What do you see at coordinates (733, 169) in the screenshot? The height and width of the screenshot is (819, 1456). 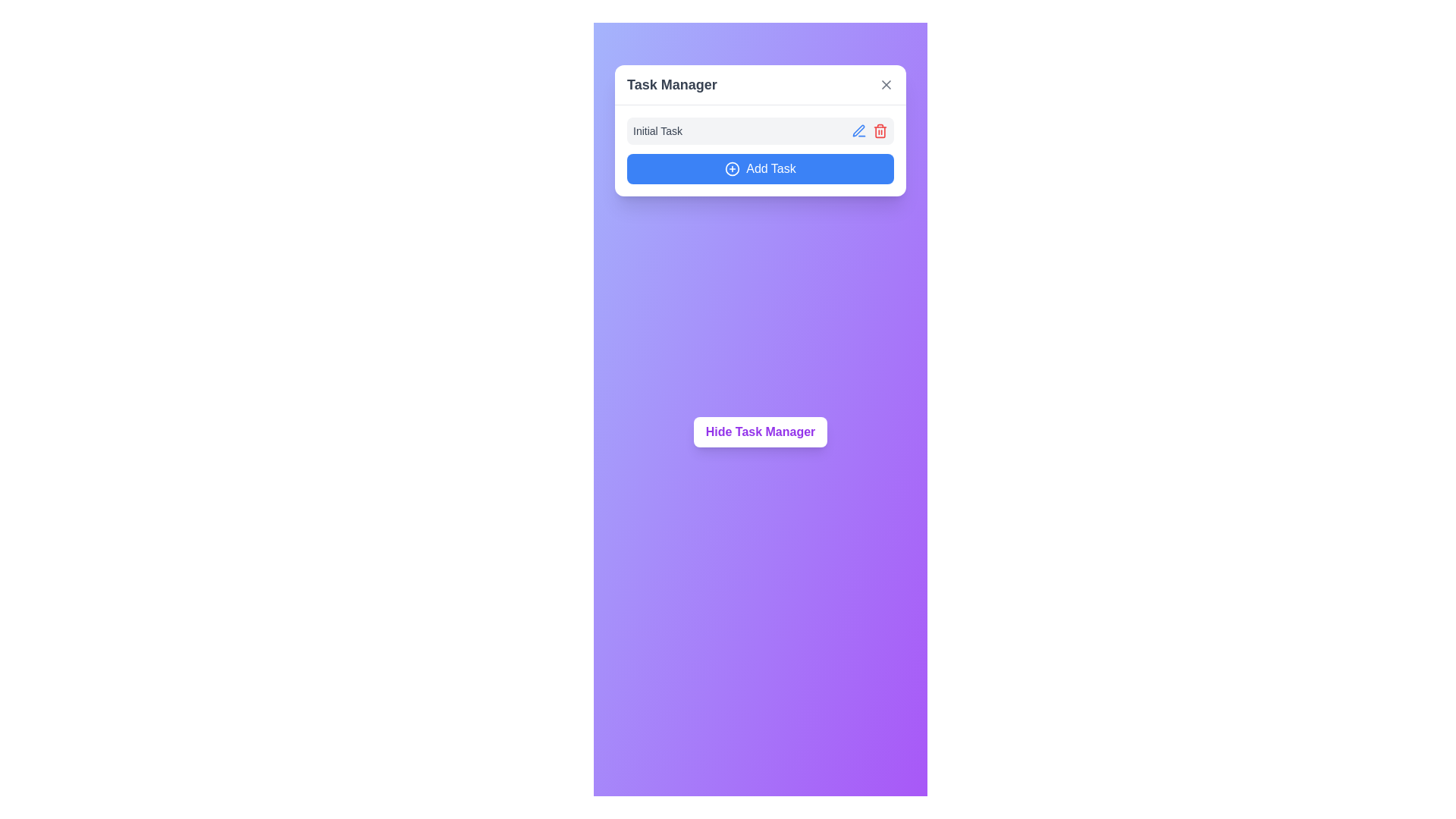 I see `the SVG Circle element that represents the 'Add Task' icon in the Task Manager interface` at bounding box center [733, 169].